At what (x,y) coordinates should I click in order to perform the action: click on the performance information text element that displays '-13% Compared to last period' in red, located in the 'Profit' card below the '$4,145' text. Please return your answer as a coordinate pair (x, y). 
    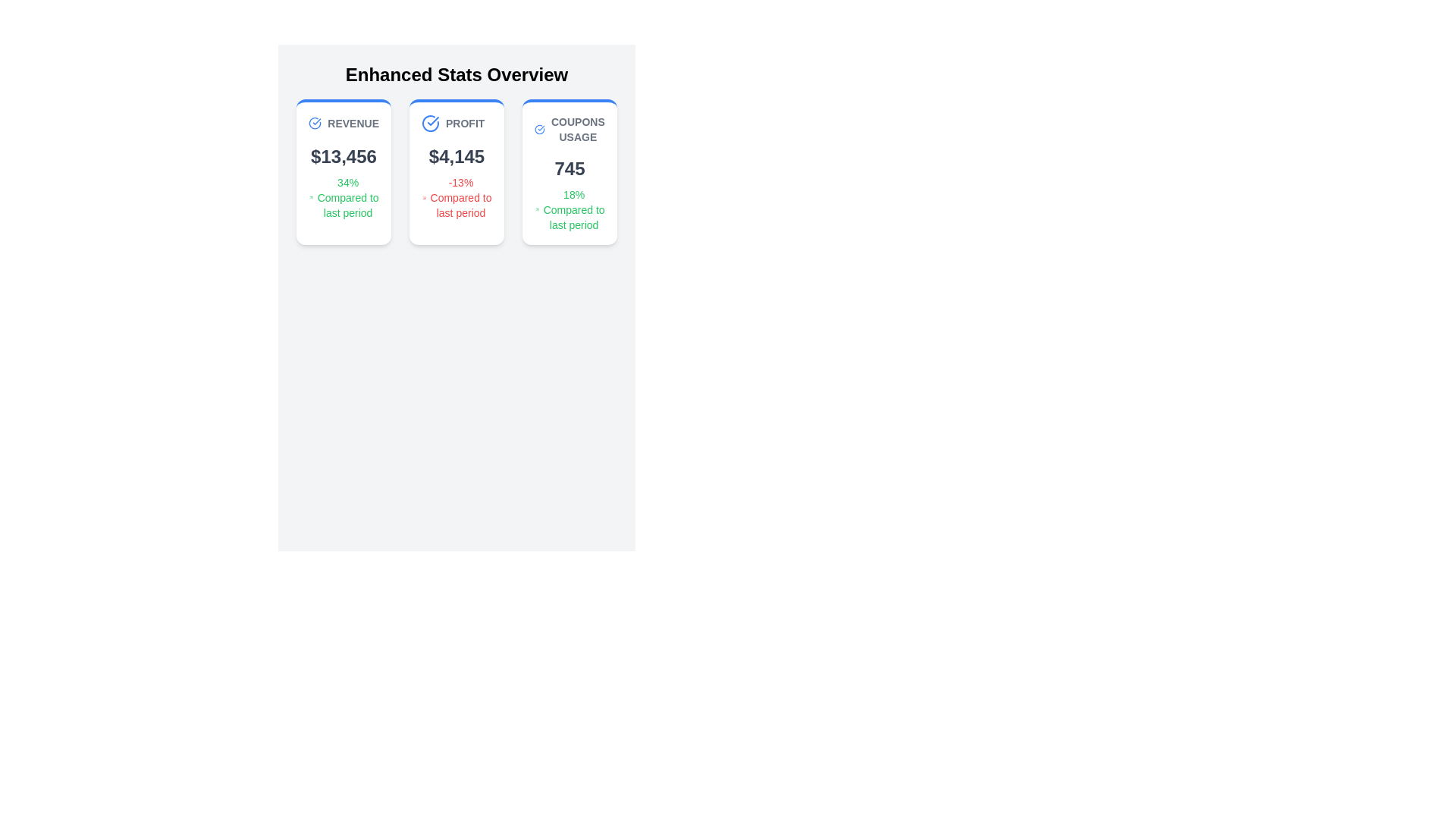
    Looking at the image, I should click on (456, 197).